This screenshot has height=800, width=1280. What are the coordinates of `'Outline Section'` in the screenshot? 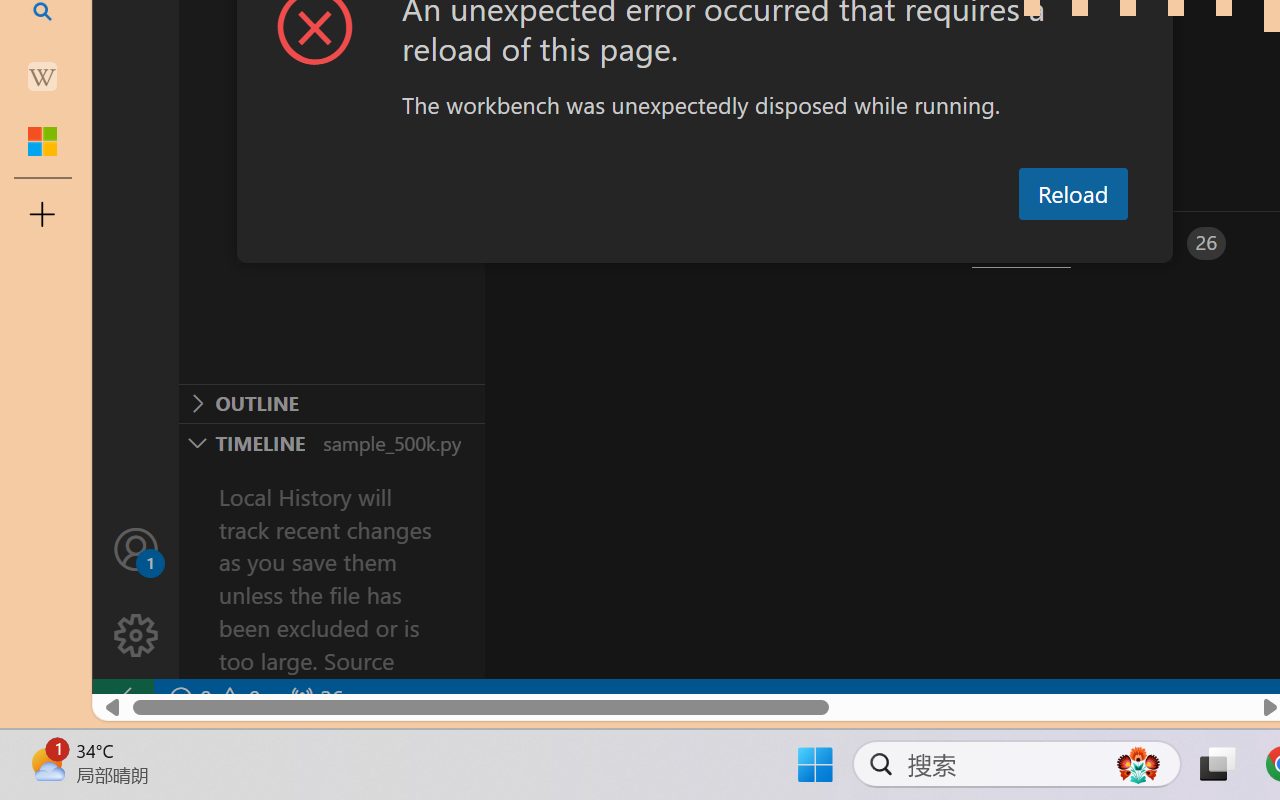 It's located at (331, 403).